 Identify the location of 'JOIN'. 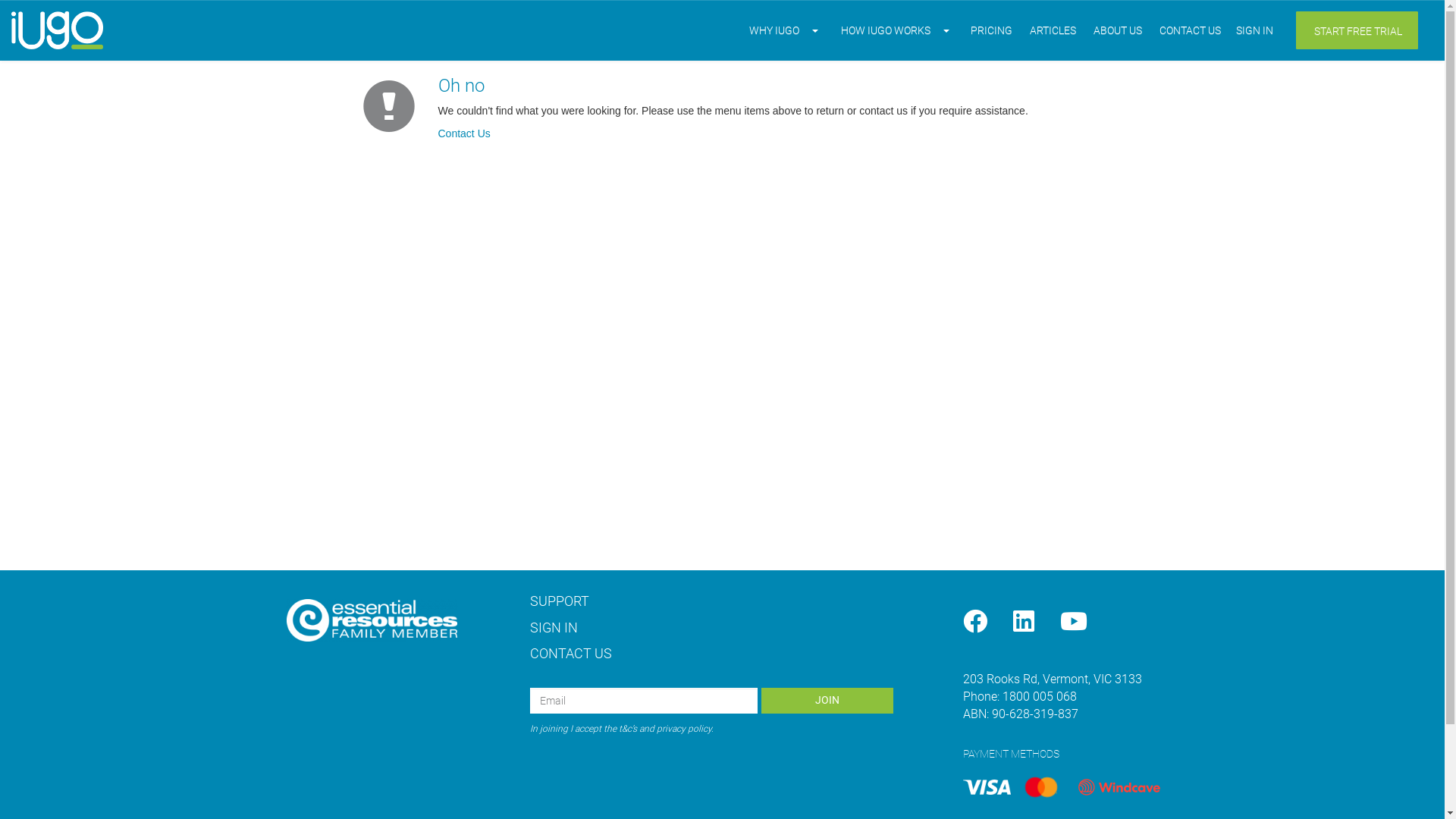
(826, 701).